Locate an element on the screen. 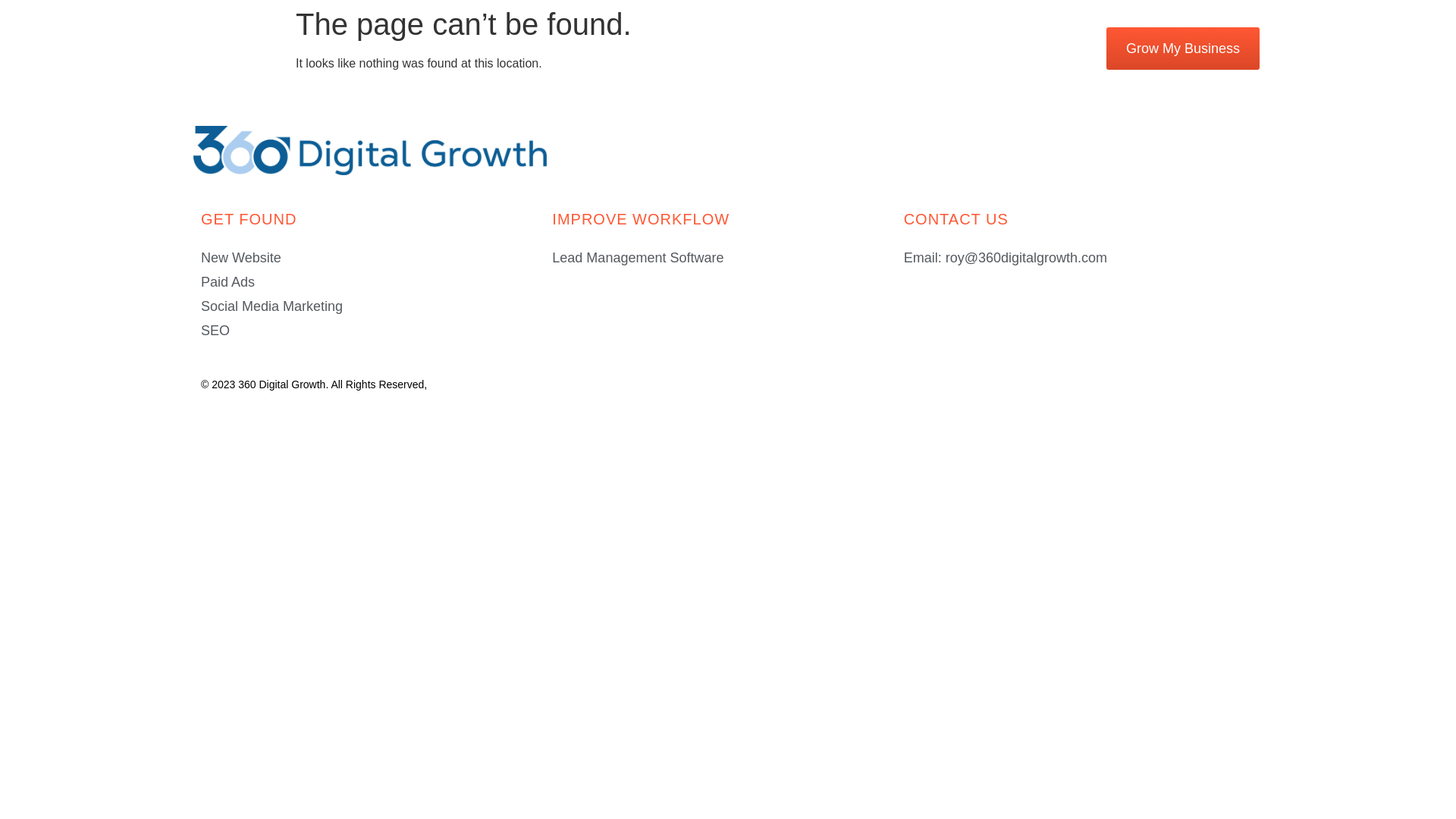 The image size is (1456, 819). 'Grow My Business' is located at coordinates (1182, 48).